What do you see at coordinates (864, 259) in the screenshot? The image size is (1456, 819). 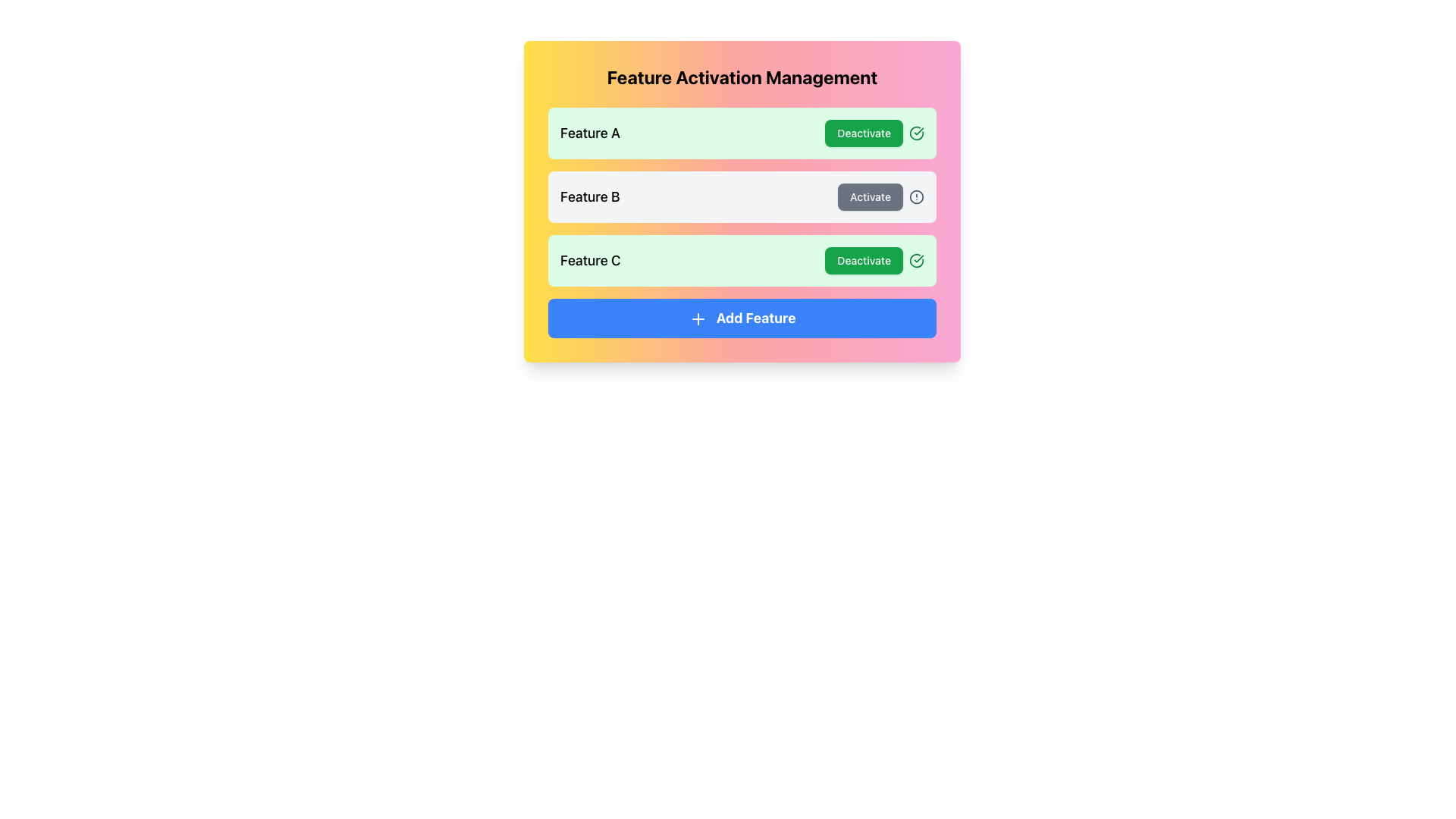 I see `the button positioned at the end of the row for 'Feature C'` at bounding box center [864, 259].